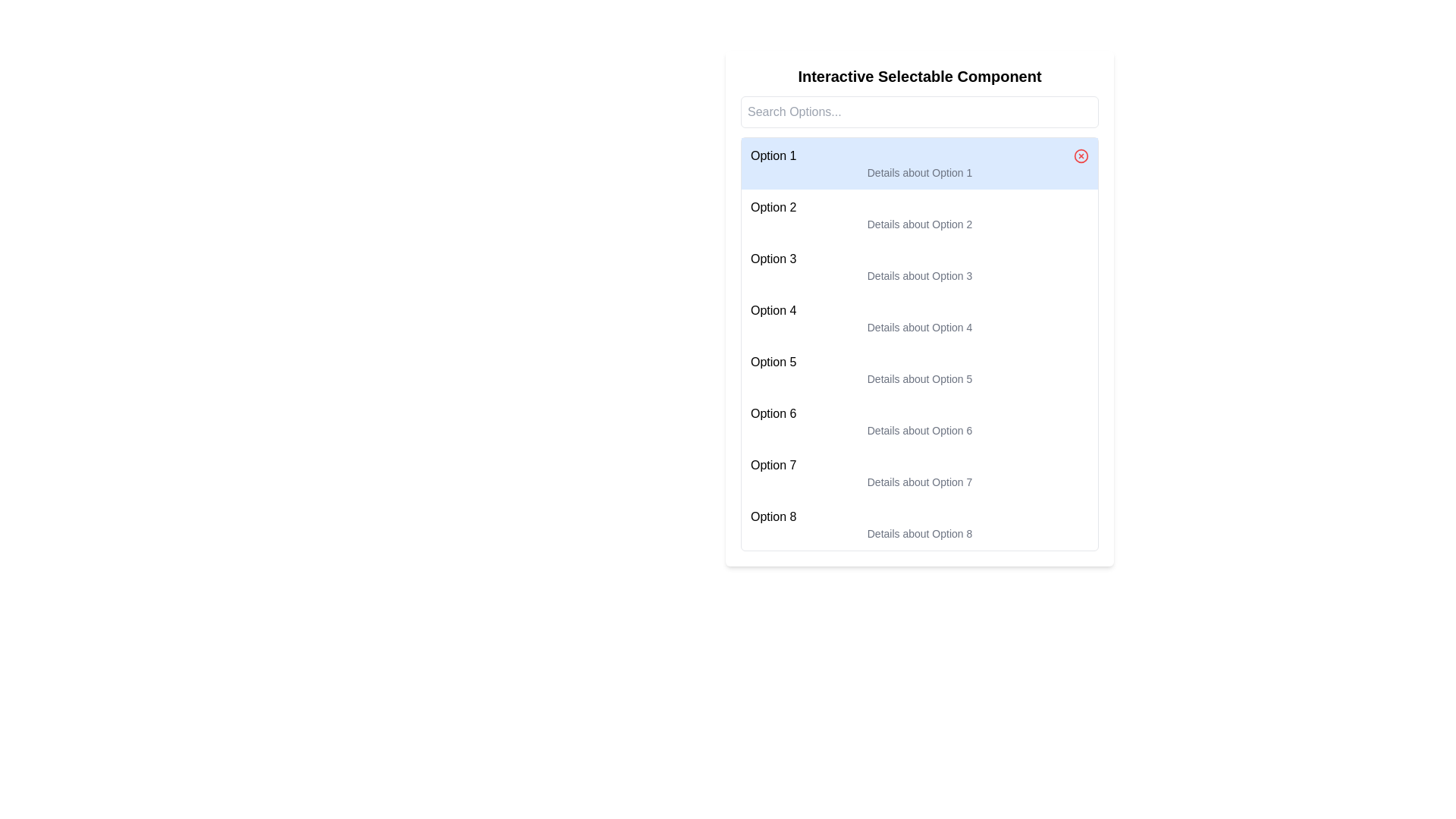 The image size is (1456, 819). Describe the element at coordinates (919, 265) in the screenshot. I see `the third item in the vertically aligned list of selectable options` at that location.